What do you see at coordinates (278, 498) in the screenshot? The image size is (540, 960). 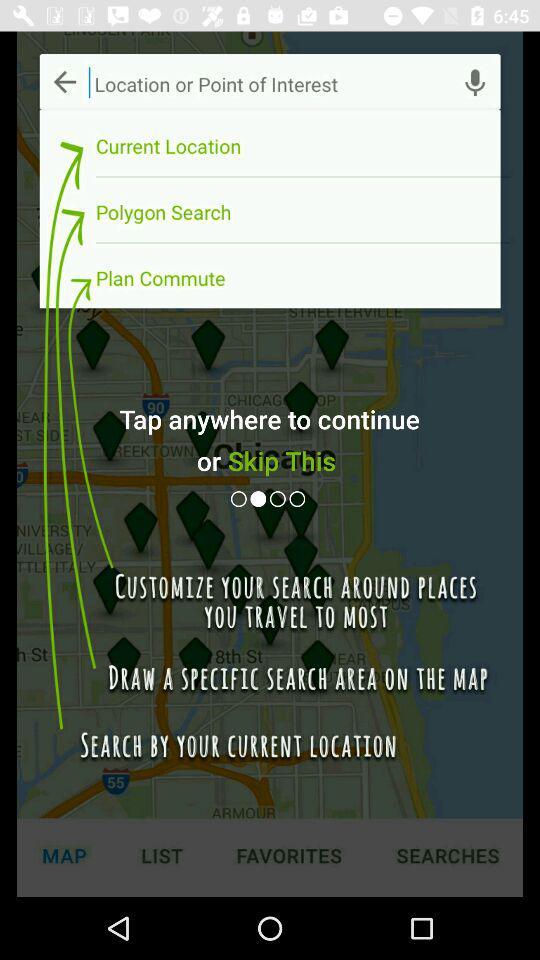 I see `next button` at bounding box center [278, 498].